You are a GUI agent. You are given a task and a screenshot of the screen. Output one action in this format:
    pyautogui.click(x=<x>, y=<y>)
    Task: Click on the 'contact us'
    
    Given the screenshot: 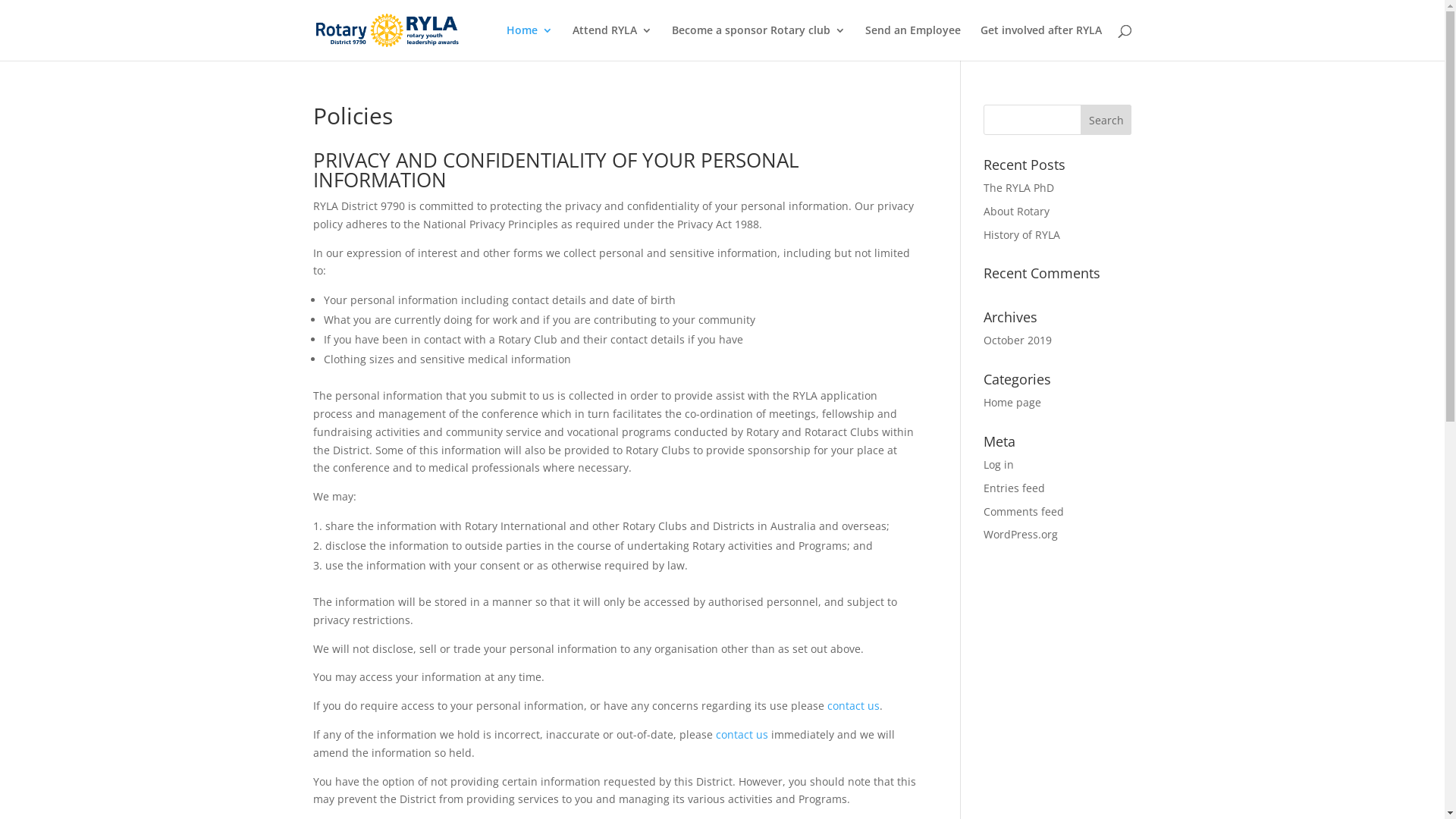 What is the action you would take?
    pyautogui.click(x=825, y=705)
    